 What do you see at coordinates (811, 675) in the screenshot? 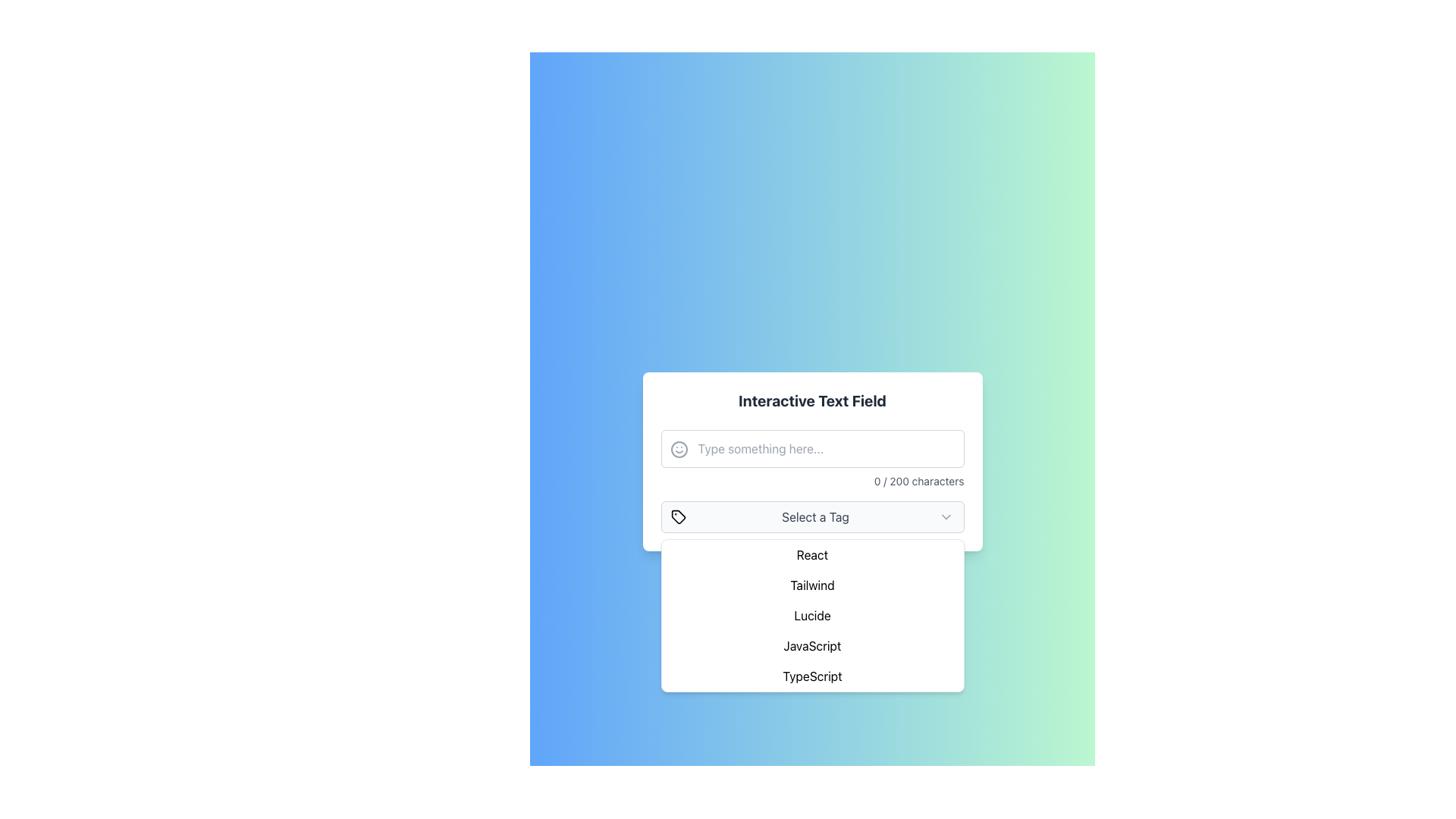
I see `the 'TypeScript' option in the dropdown menu` at bounding box center [811, 675].